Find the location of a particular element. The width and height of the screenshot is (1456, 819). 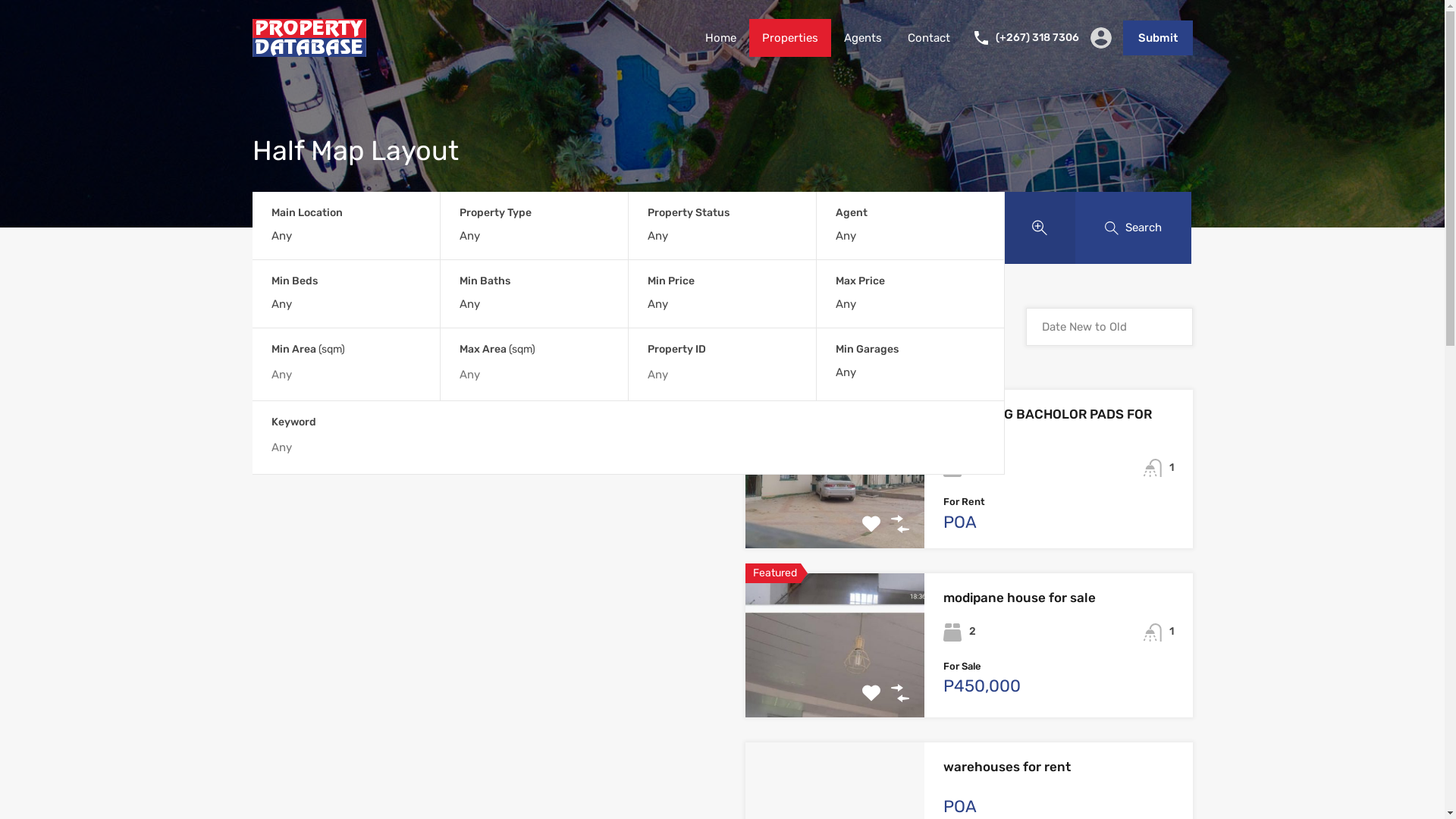

'warehouses for rent' is located at coordinates (1007, 766).